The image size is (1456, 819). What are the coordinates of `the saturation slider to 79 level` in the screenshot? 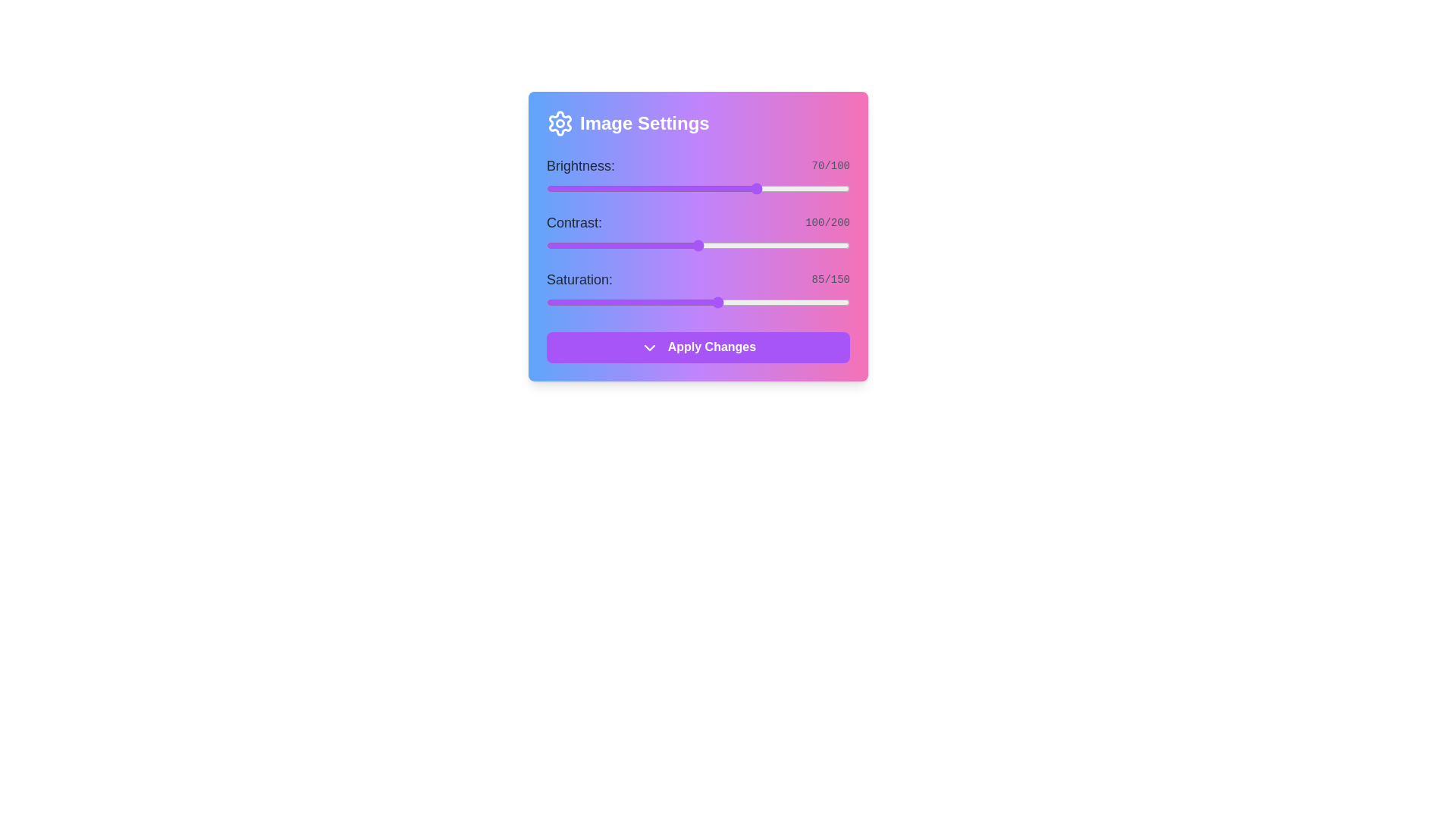 It's located at (705, 302).